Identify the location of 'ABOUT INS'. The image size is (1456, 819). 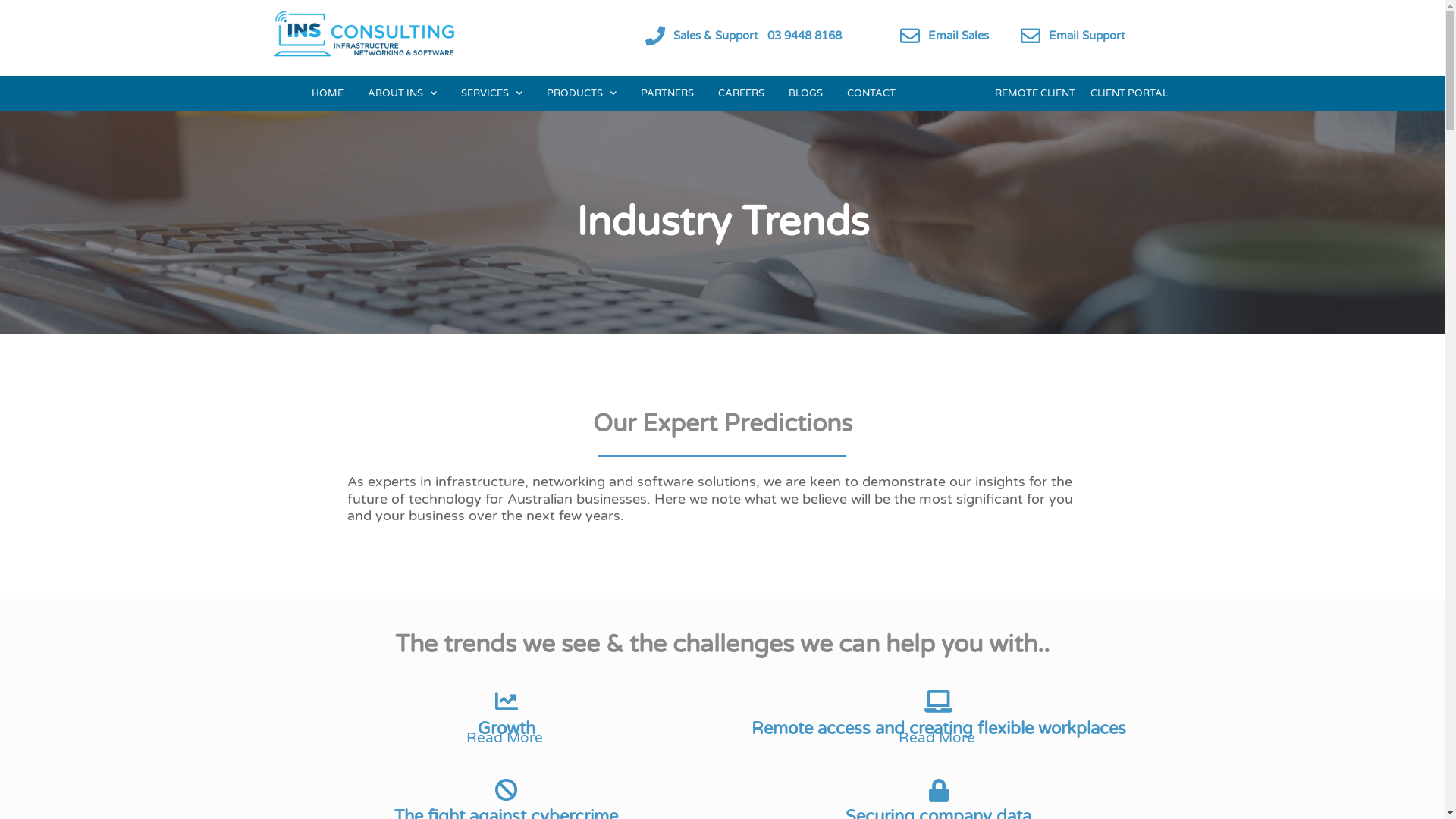
(402, 93).